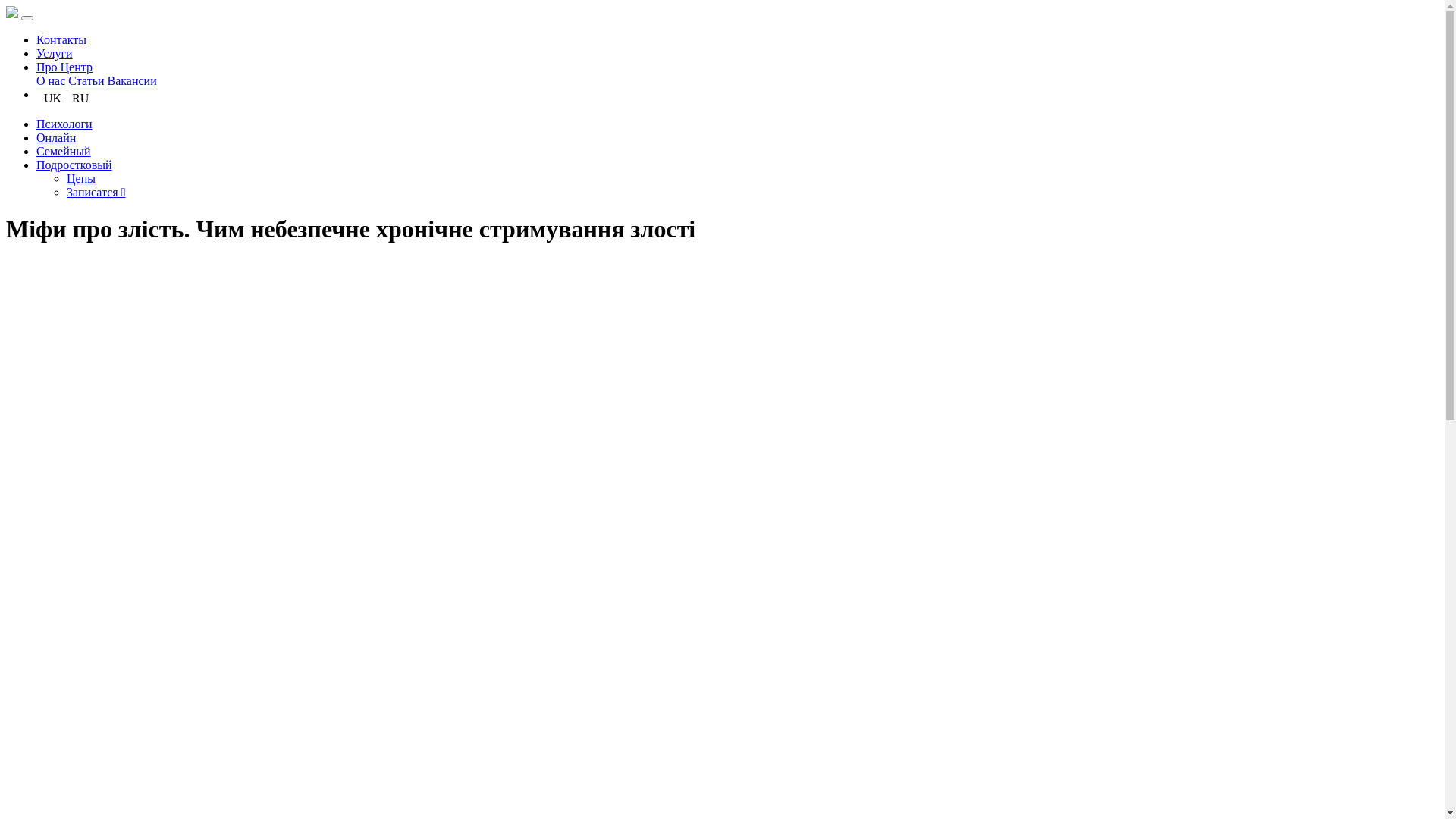 The image size is (1456, 819). Describe the element at coordinates (79, 98) in the screenshot. I see `'RU'` at that location.